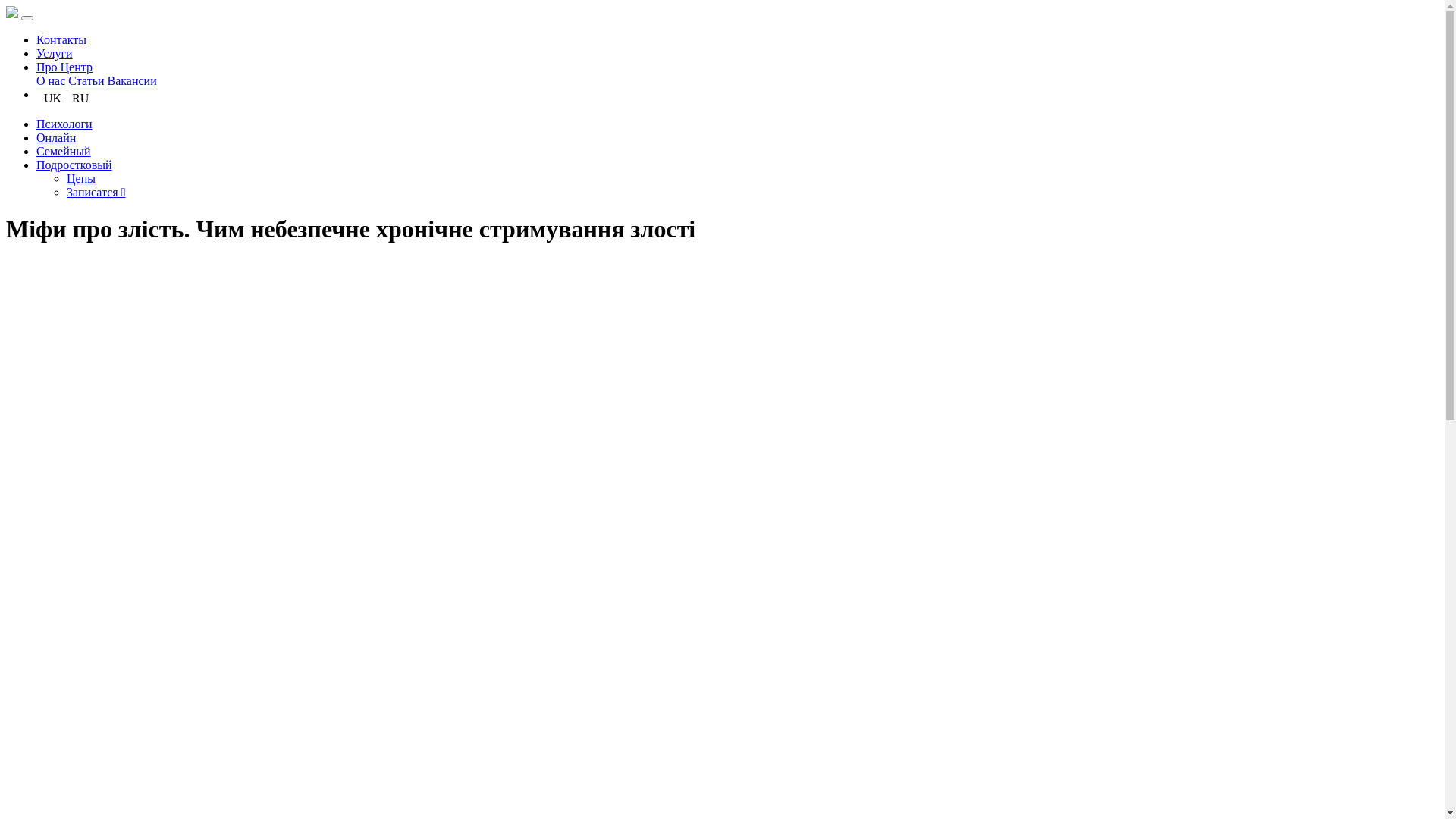 The image size is (1456, 819). Describe the element at coordinates (79, 98) in the screenshot. I see `'RU'` at that location.